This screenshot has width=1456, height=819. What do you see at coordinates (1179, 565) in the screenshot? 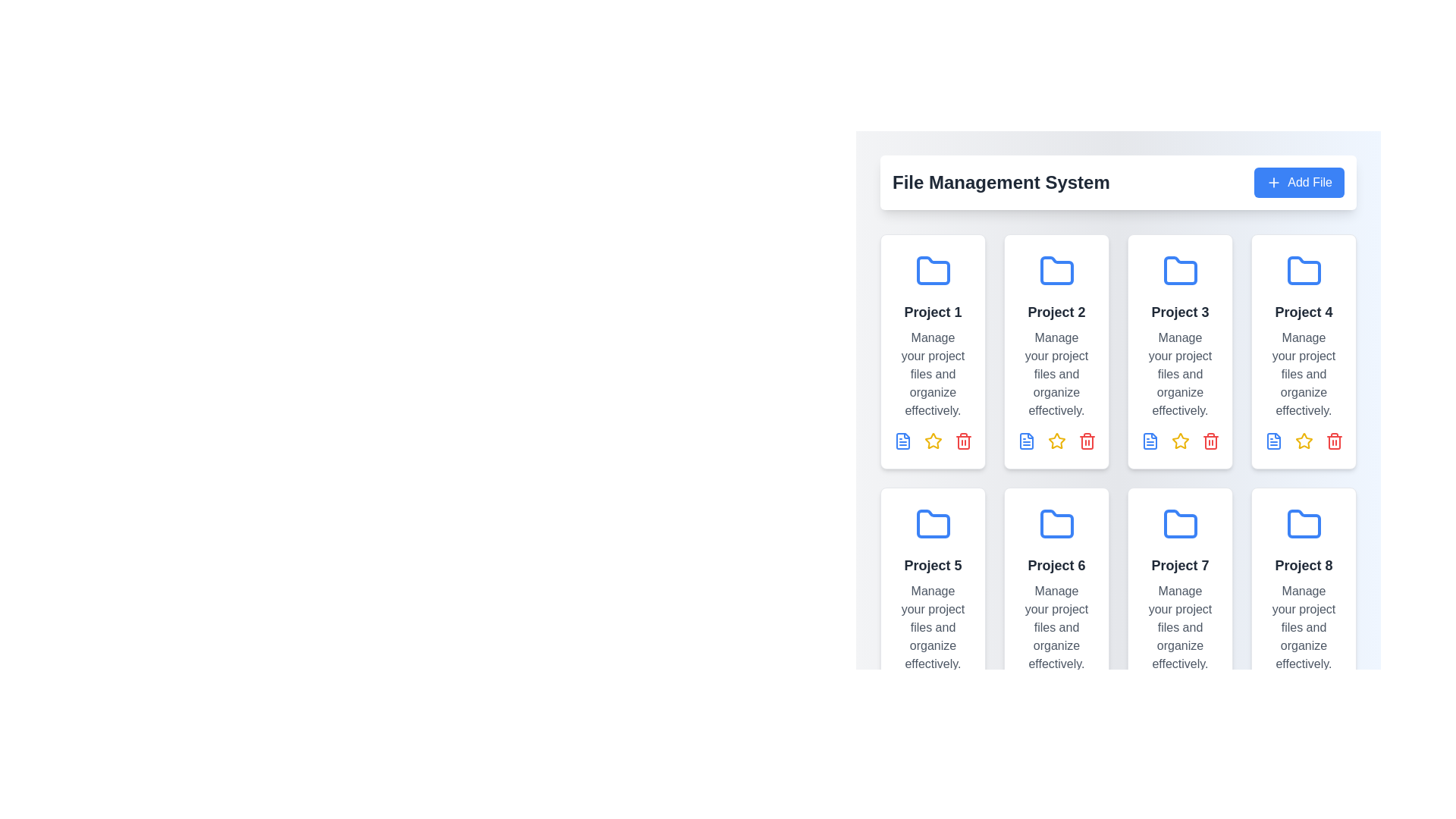
I see `text content of the Static Text Label that reads 'Project 7', which is styled in bold and located within the upper section of a card in the third column of the third row` at bounding box center [1179, 565].